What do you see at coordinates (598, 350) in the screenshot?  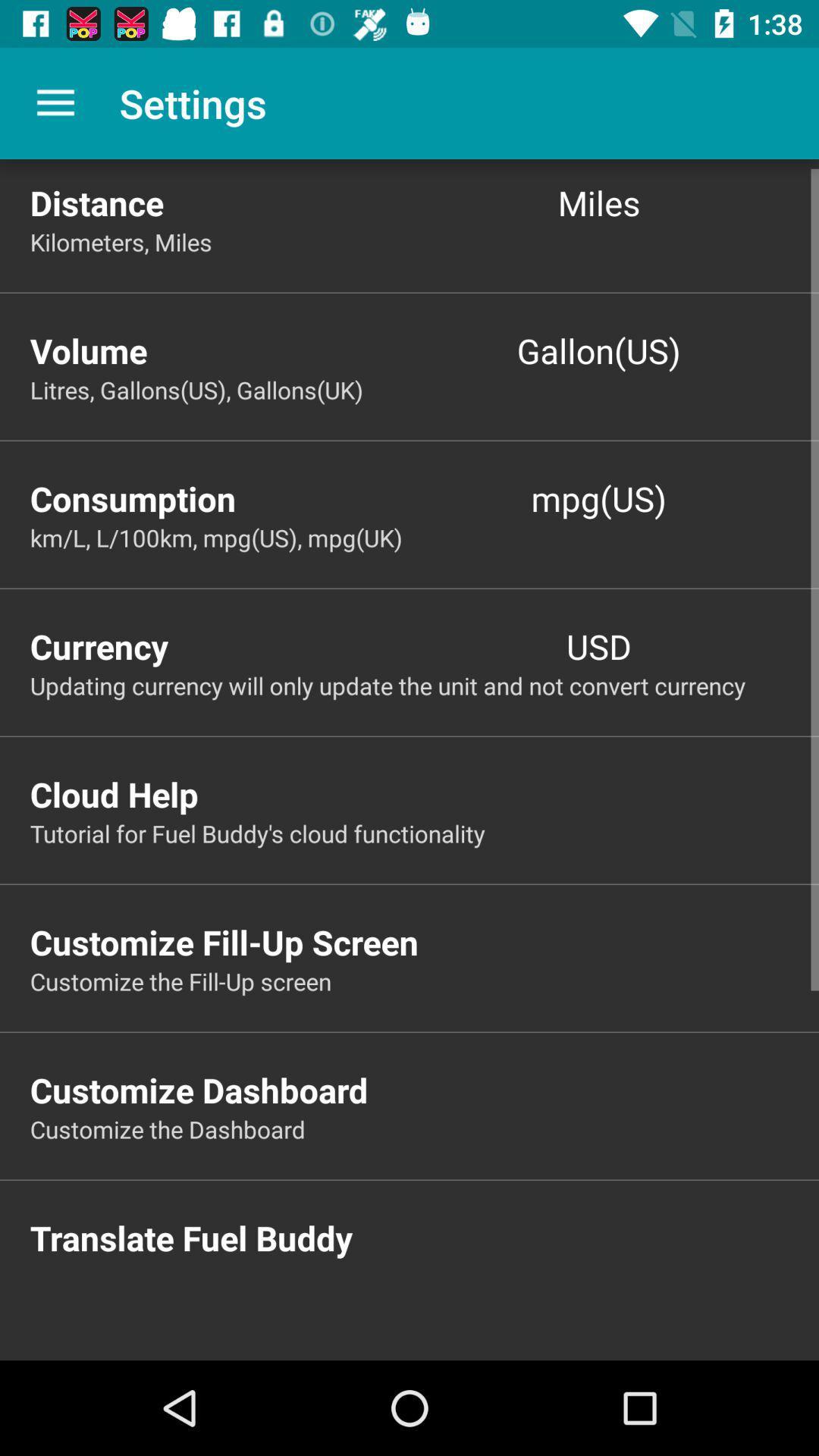 I see `icon next to the volume item` at bounding box center [598, 350].